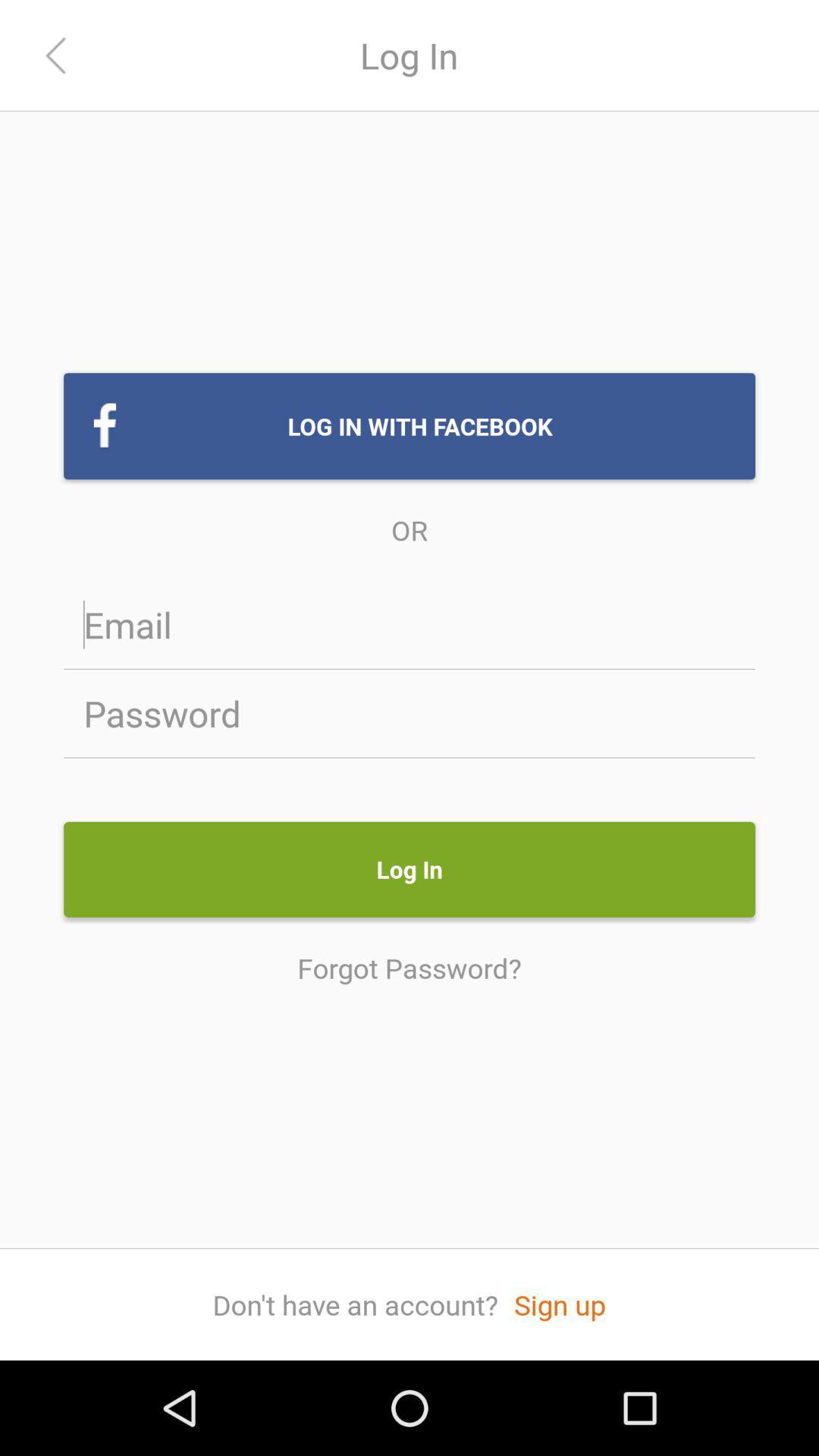 This screenshot has height=1456, width=819. Describe the element at coordinates (55, 55) in the screenshot. I see `the arrow_backward icon` at that location.